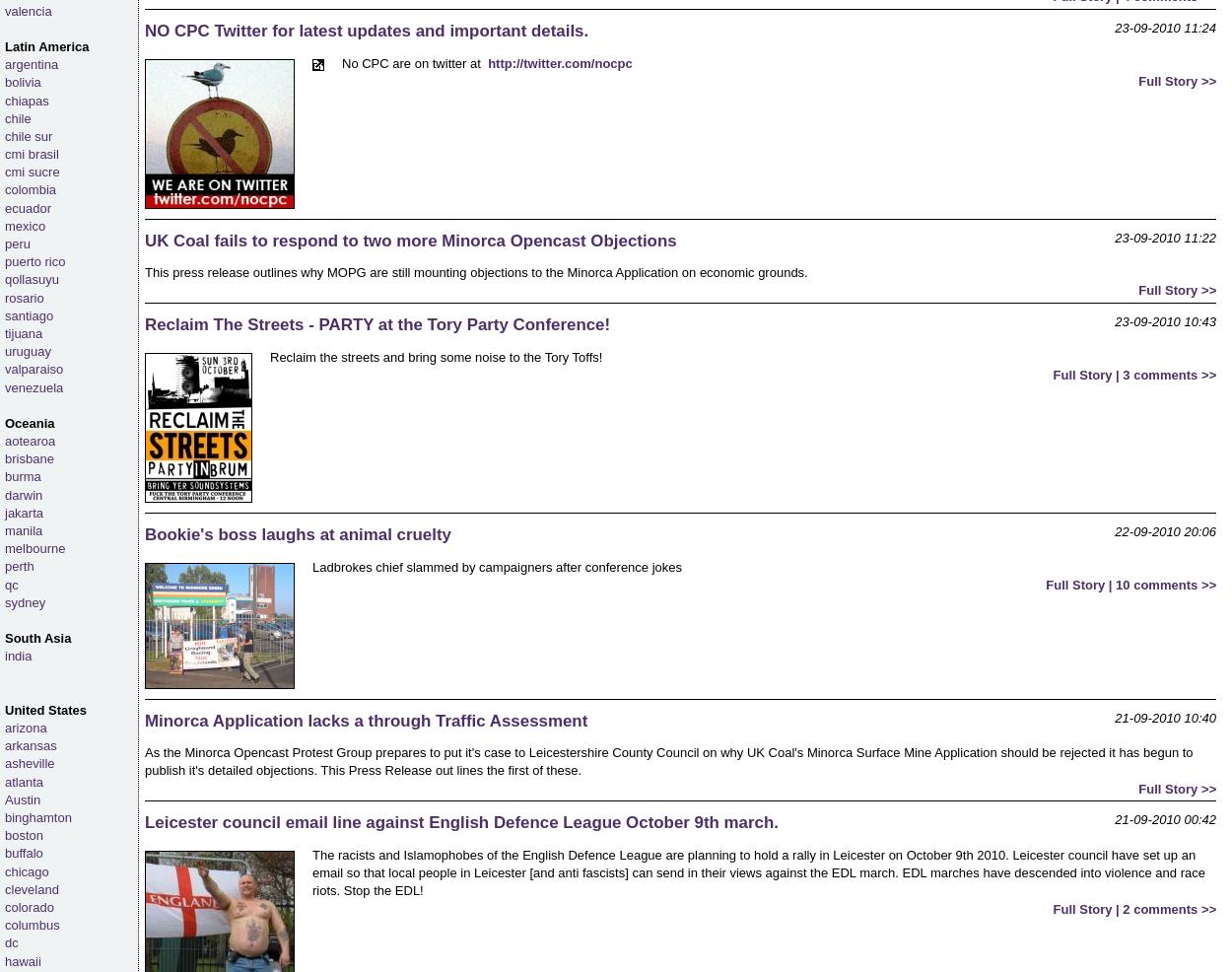 This screenshot has height=972, width=1232. I want to click on 'buffalo', so click(23, 852).